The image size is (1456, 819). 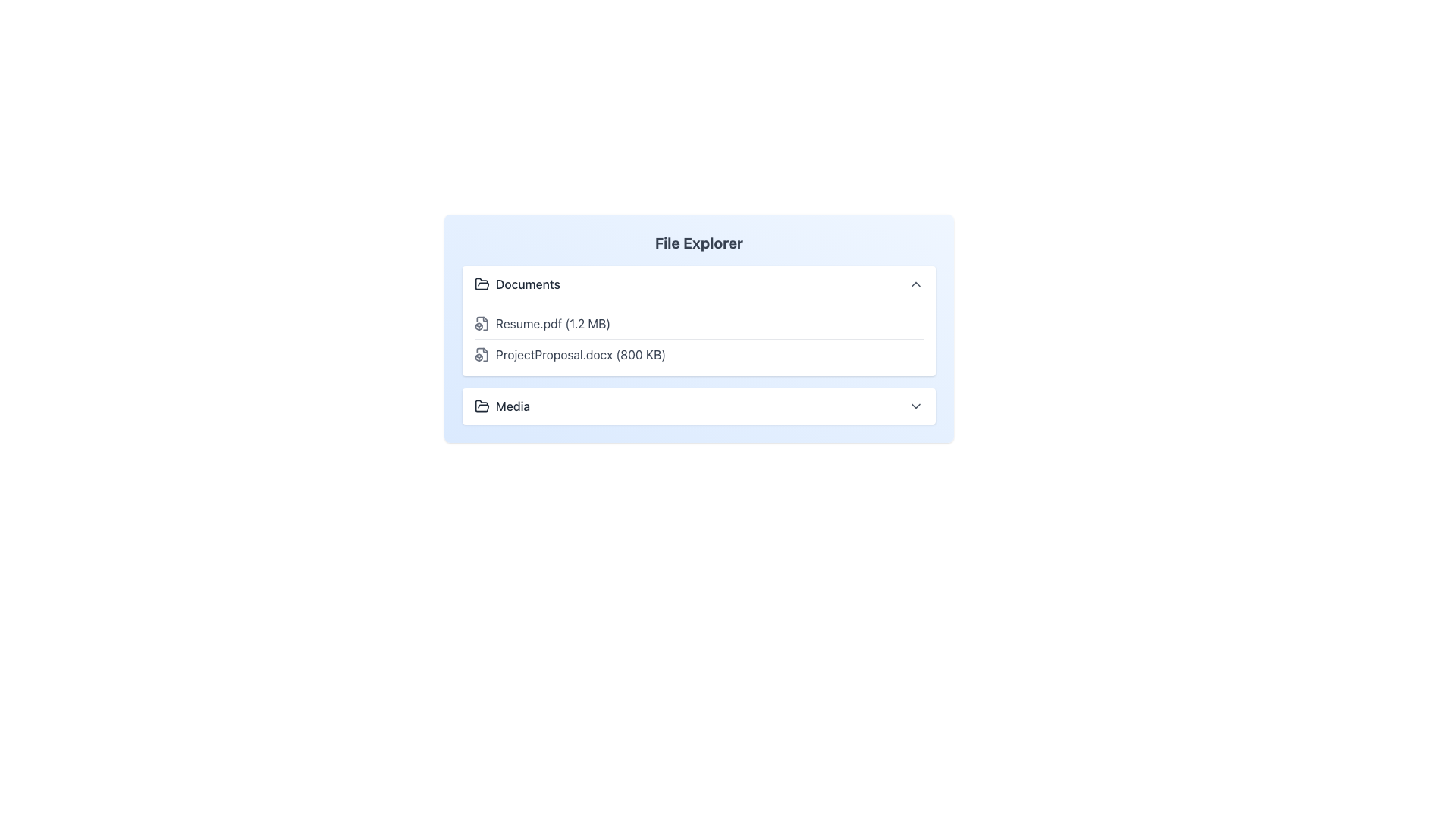 What do you see at coordinates (698, 327) in the screenshot?
I see `the individual file links within the rectangular section of the File Explorer interface, which has a bold title at the top and a light blue background` at bounding box center [698, 327].